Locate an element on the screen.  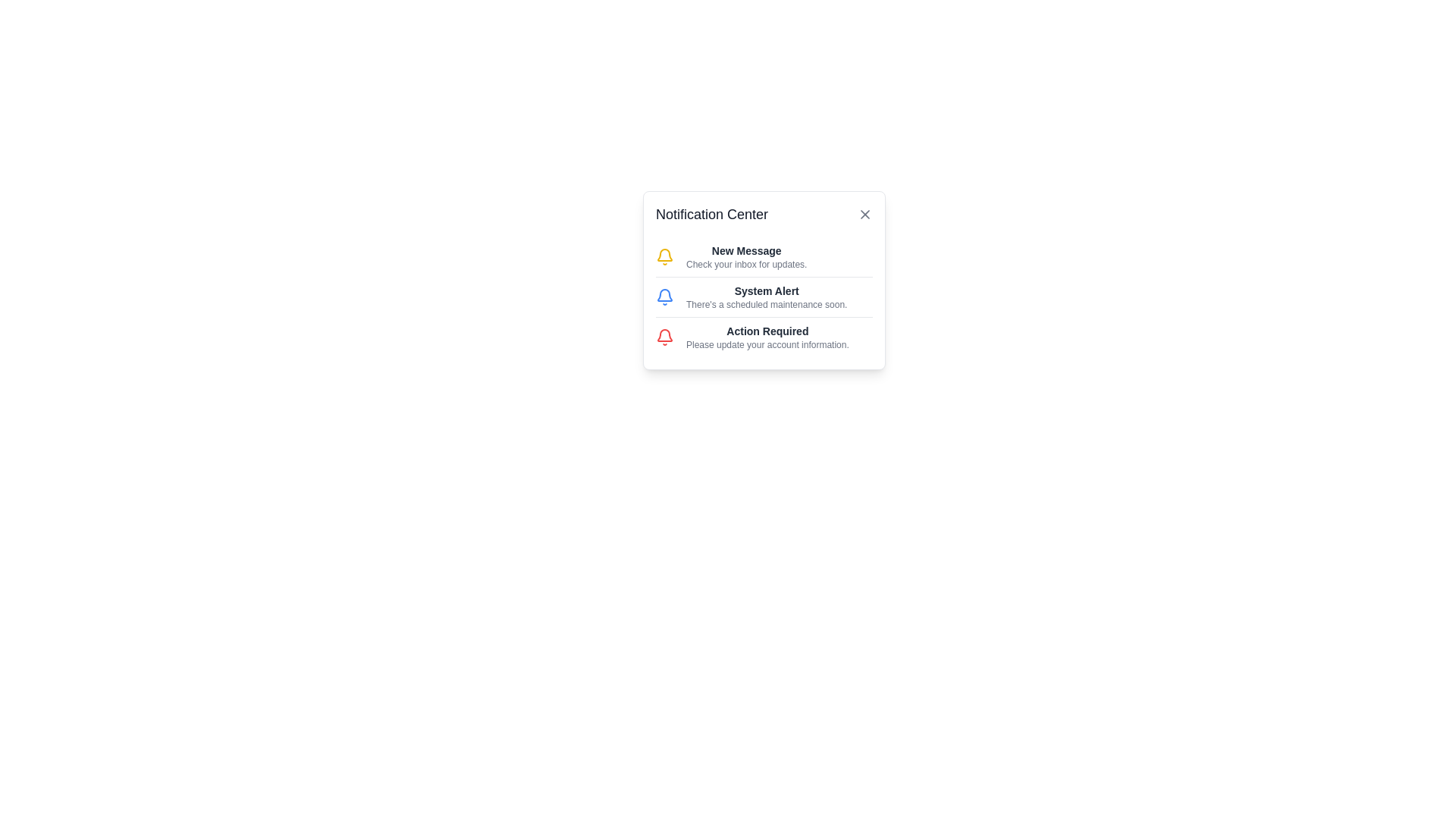
the Notification card entry titled 'Action Required' with the description 'Please update your account information.' in the Notification Center is located at coordinates (764, 336).